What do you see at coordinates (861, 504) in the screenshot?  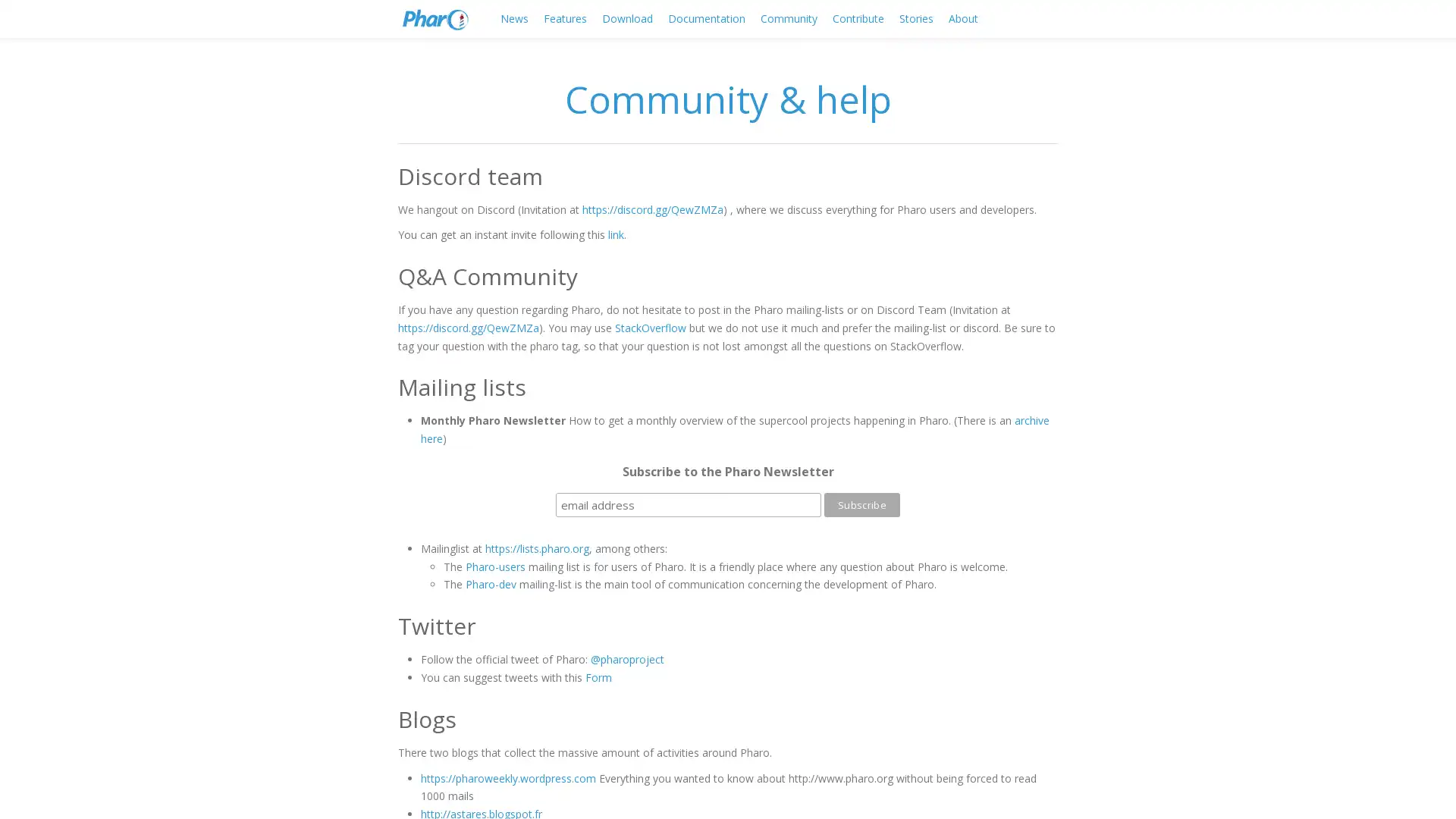 I see `Subscribe` at bounding box center [861, 504].